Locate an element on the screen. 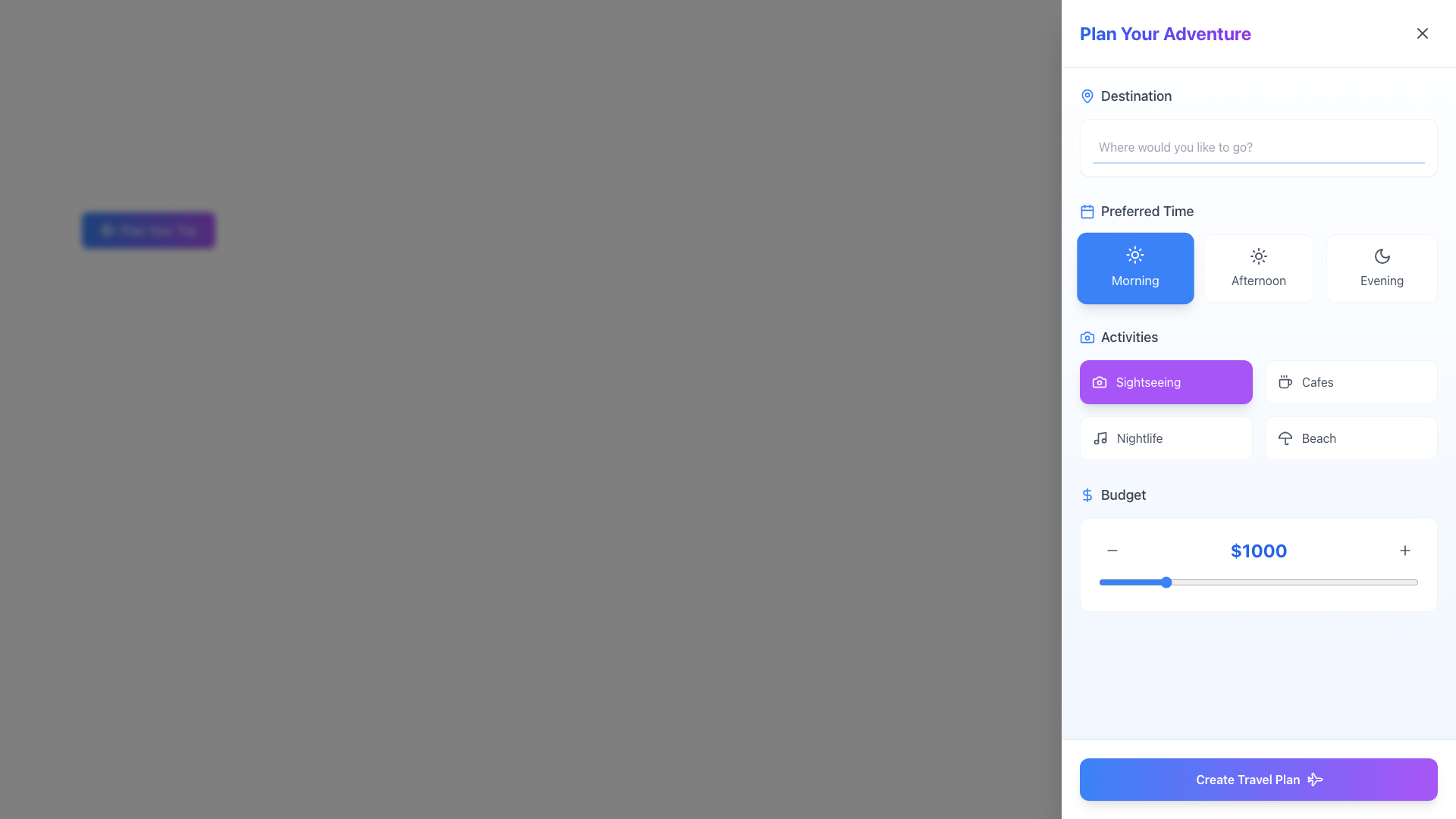  the prominent trip planning button located near the top-left of the interface to initiate the trip planning action is located at coordinates (148, 231).